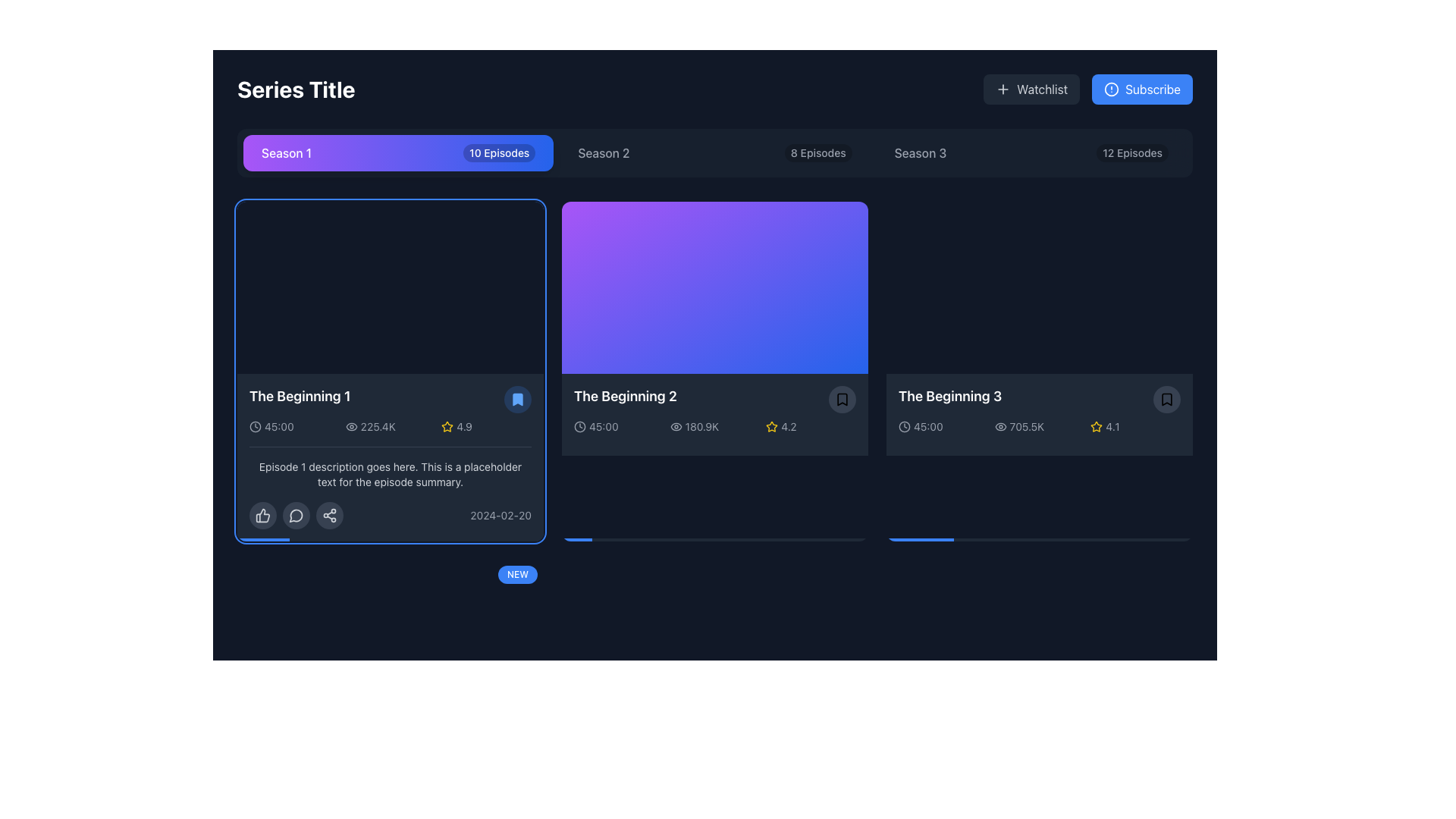  I want to click on the small bookmark icon located in the bottom-right corner of the tile labeled 'The Beginning 3', so click(1166, 399).